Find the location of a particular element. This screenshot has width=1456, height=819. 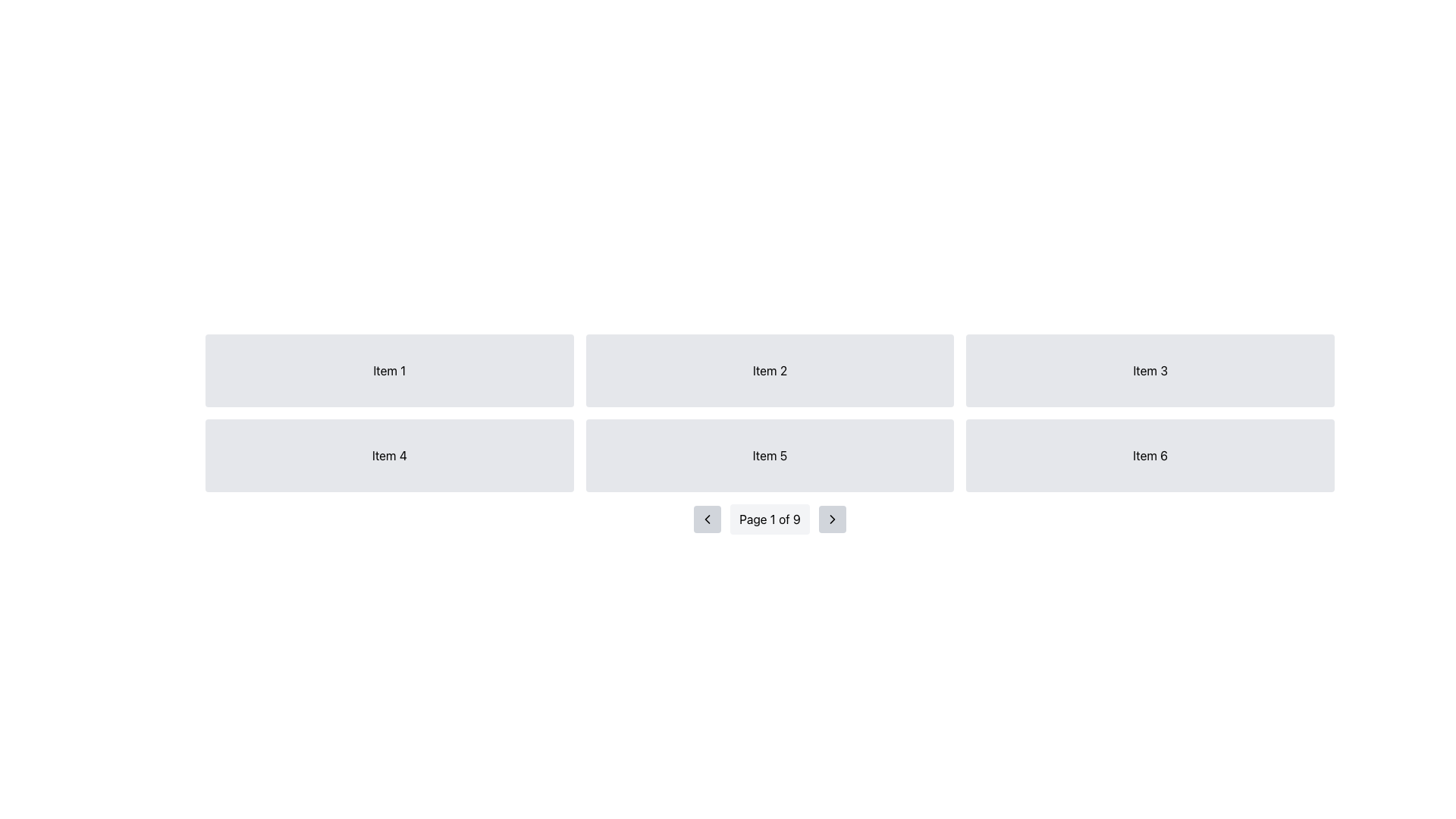

the pagination button located on the right-hand side of the pagination bar is located at coordinates (831, 519).